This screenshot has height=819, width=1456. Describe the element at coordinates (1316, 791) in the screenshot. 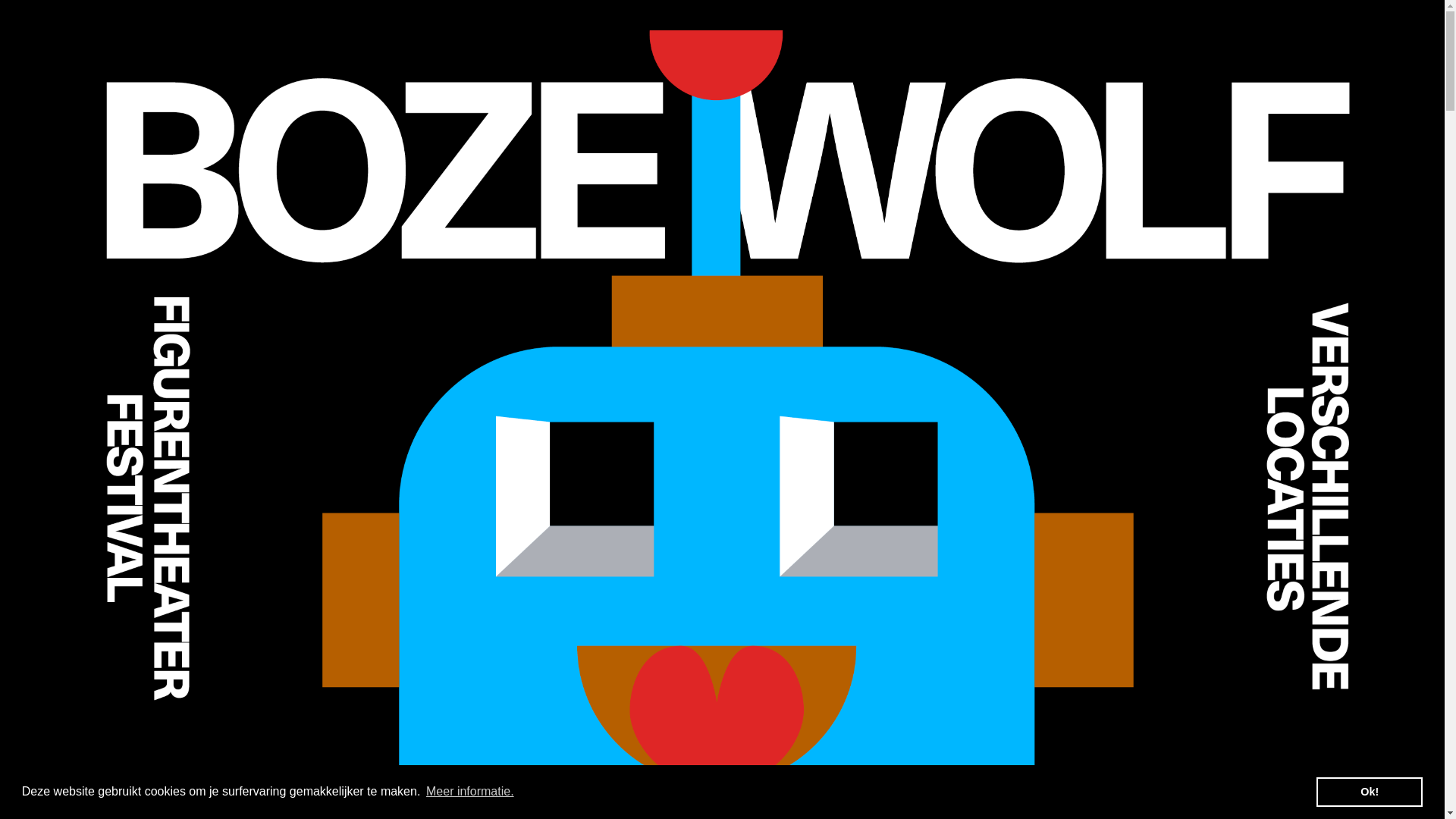

I see `'Ok!'` at that location.